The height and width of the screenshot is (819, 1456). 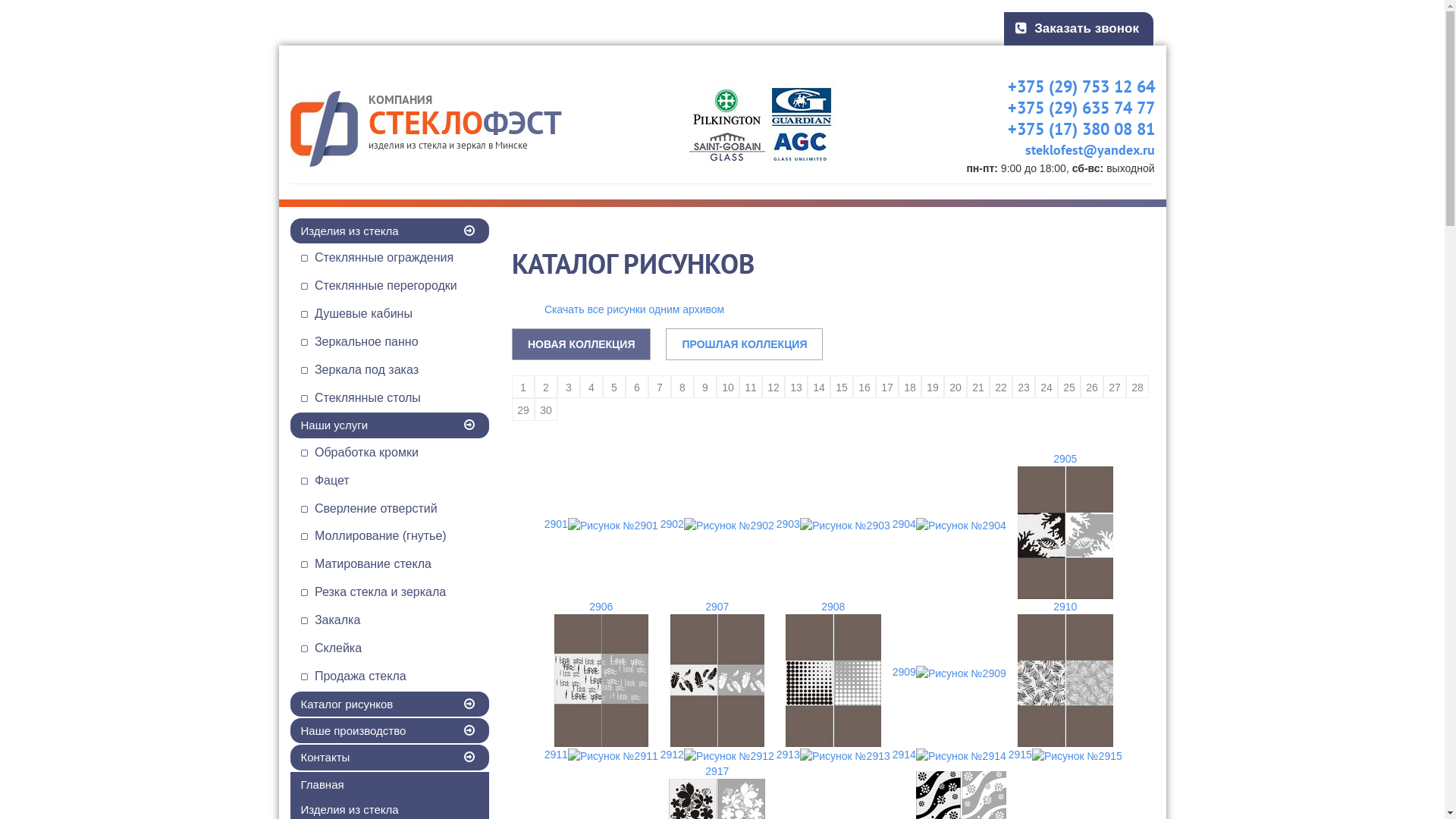 What do you see at coordinates (775, 523) in the screenshot?
I see `'2903'` at bounding box center [775, 523].